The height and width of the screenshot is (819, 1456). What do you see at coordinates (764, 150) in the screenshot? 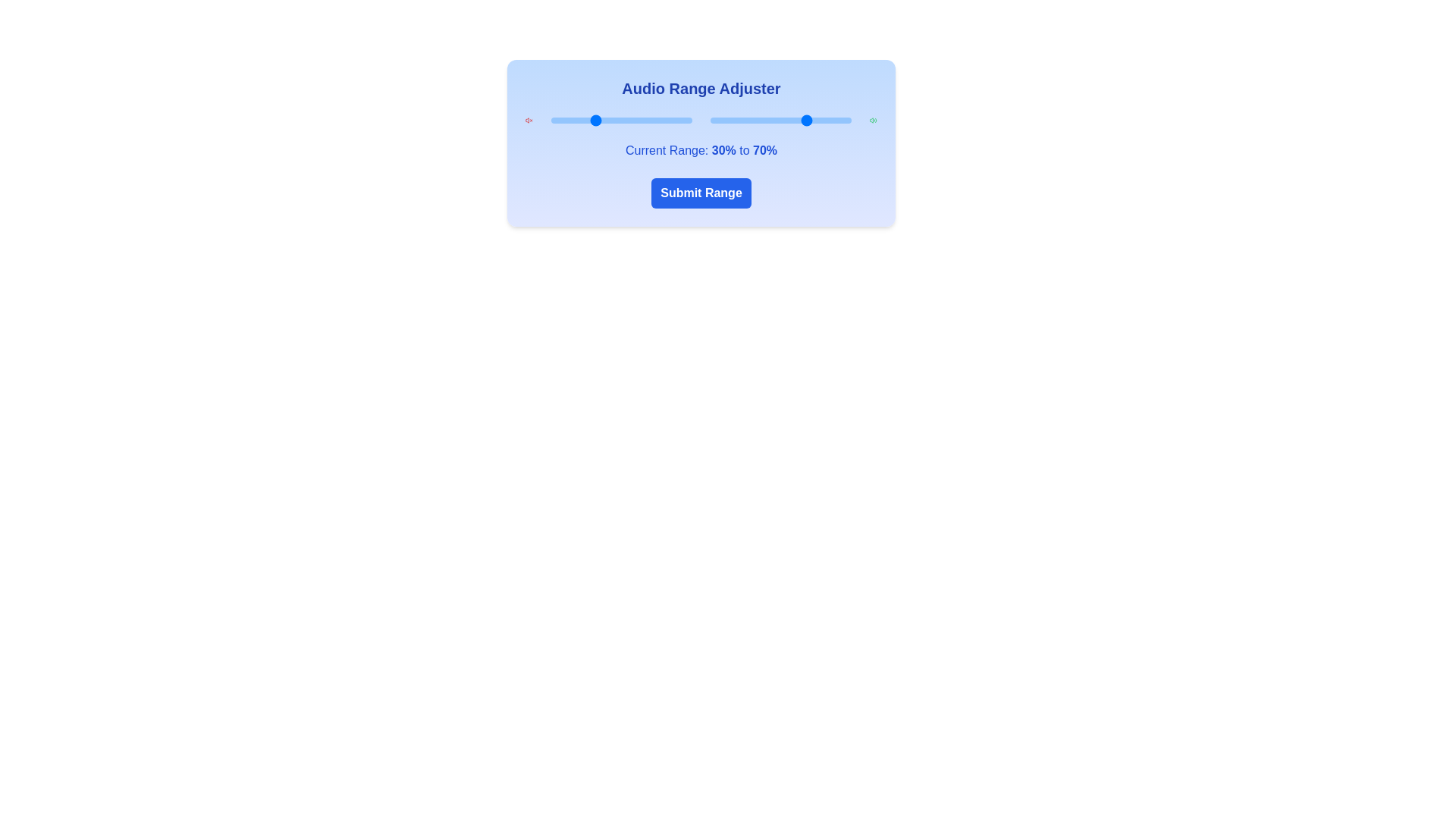
I see `the static text indicating the upper limit of the selected range on the slider, located to the right of the '30%' text beneath the sliders` at bounding box center [764, 150].